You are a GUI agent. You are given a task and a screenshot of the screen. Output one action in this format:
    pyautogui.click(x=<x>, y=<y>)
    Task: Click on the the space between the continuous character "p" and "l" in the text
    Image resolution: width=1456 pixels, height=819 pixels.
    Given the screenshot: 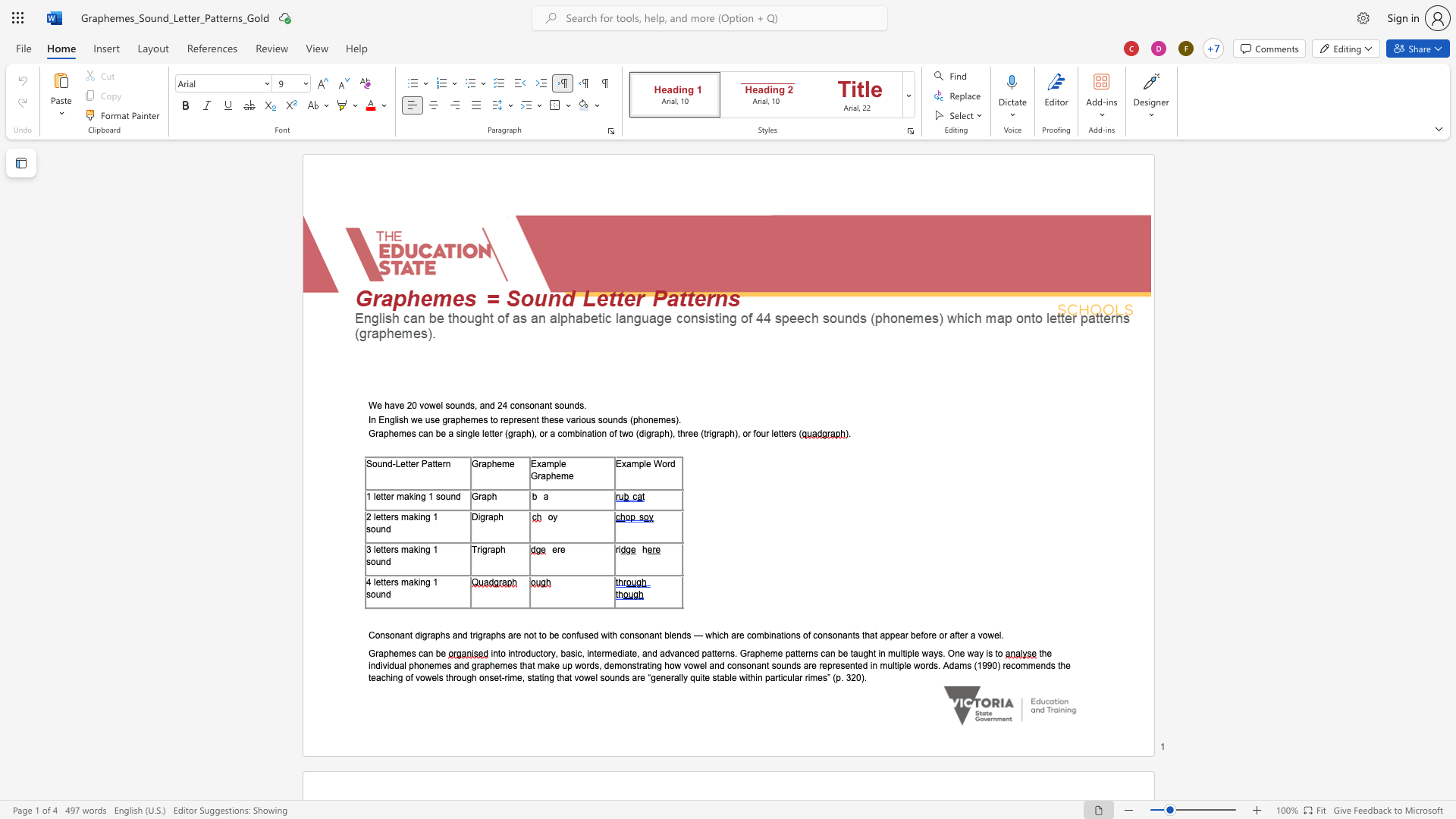 What is the action you would take?
    pyautogui.click(x=643, y=463)
    